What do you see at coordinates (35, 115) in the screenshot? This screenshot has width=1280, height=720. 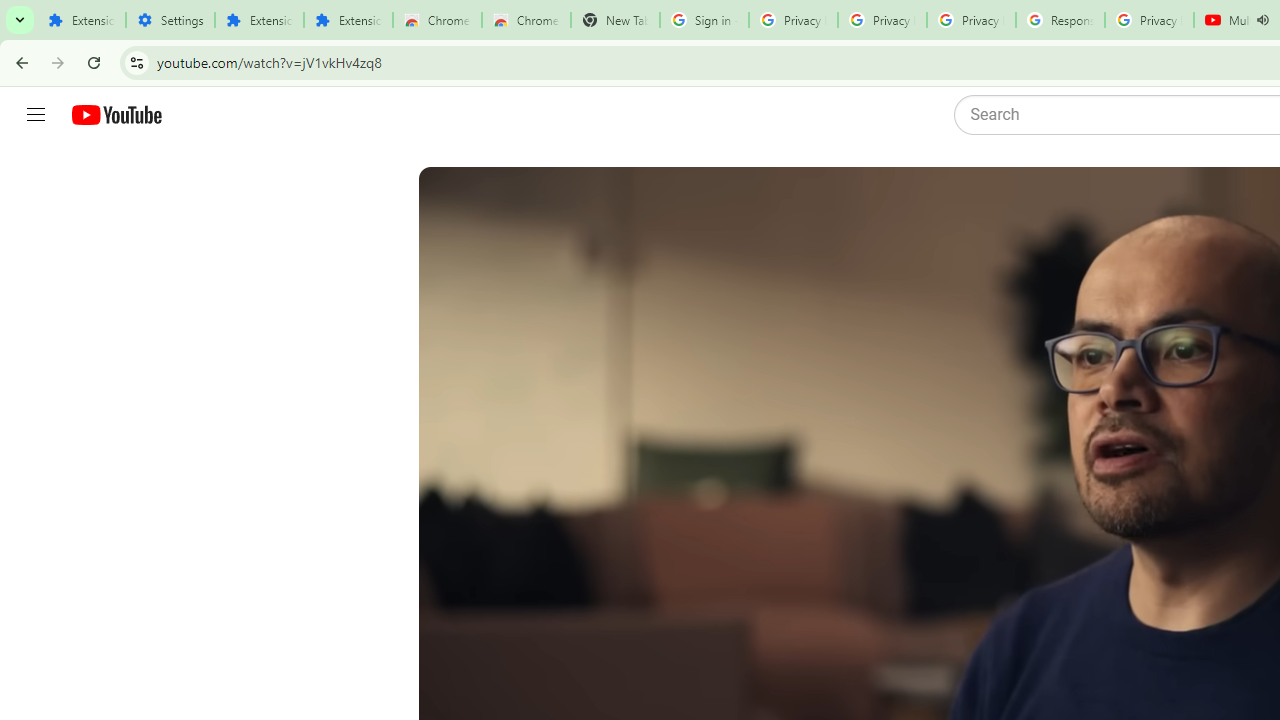 I see `'Guide'` at bounding box center [35, 115].